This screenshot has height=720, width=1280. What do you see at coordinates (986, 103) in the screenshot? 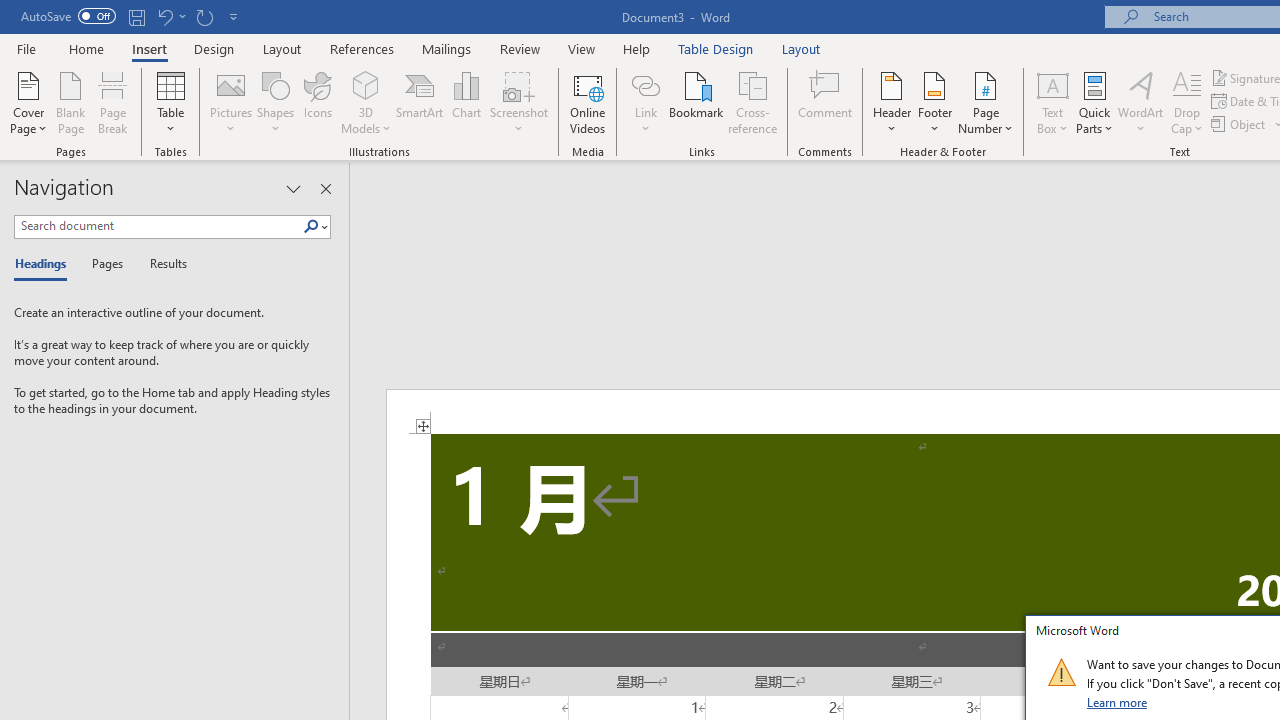
I see `'Page Number'` at bounding box center [986, 103].